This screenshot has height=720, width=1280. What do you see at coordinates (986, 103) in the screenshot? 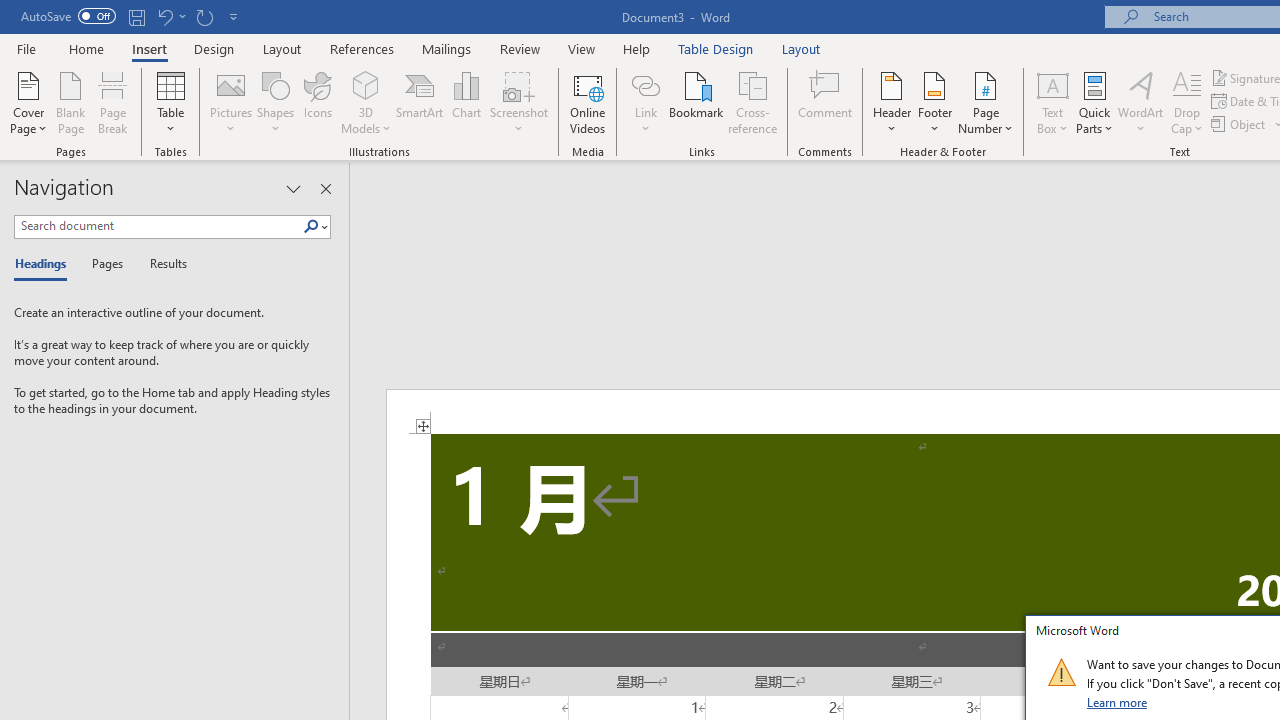
I see `'Page Number'` at bounding box center [986, 103].